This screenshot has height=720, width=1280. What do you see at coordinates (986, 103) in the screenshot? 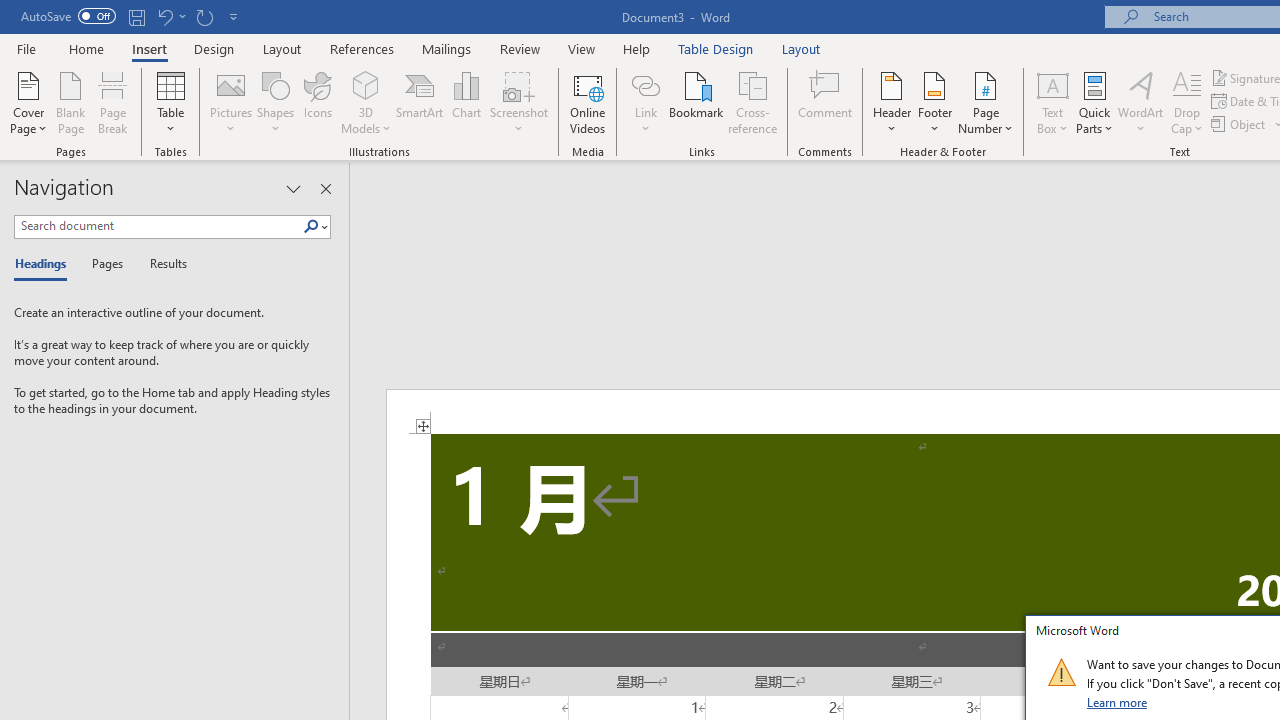
I see `'Page Number'` at bounding box center [986, 103].